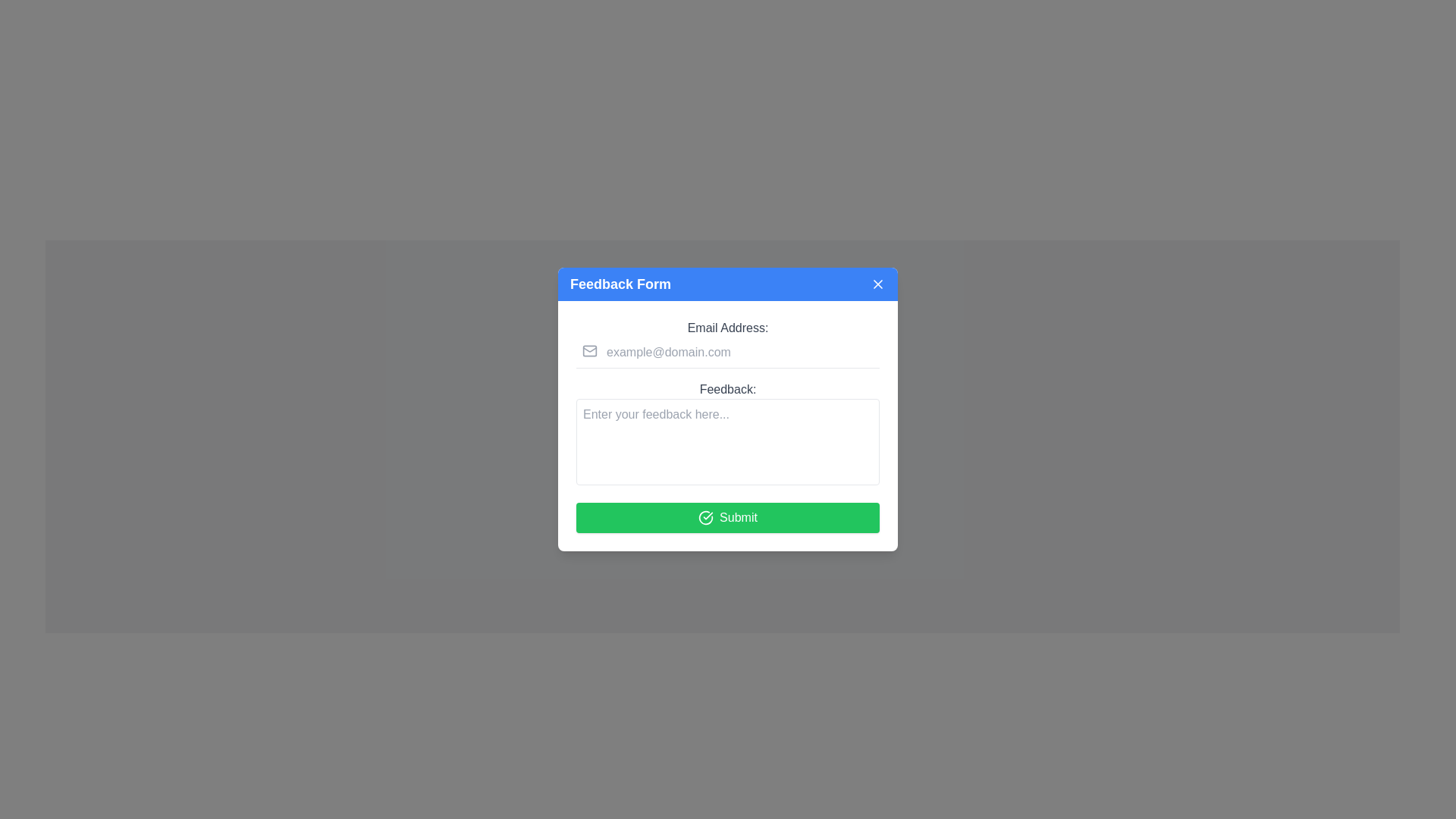 This screenshot has height=819, width=1456. I want to click on the mail icon in the feedback form modal, which is a linear, outline style icon with rounded edges located to the left of the email input field, so click(588, 350).